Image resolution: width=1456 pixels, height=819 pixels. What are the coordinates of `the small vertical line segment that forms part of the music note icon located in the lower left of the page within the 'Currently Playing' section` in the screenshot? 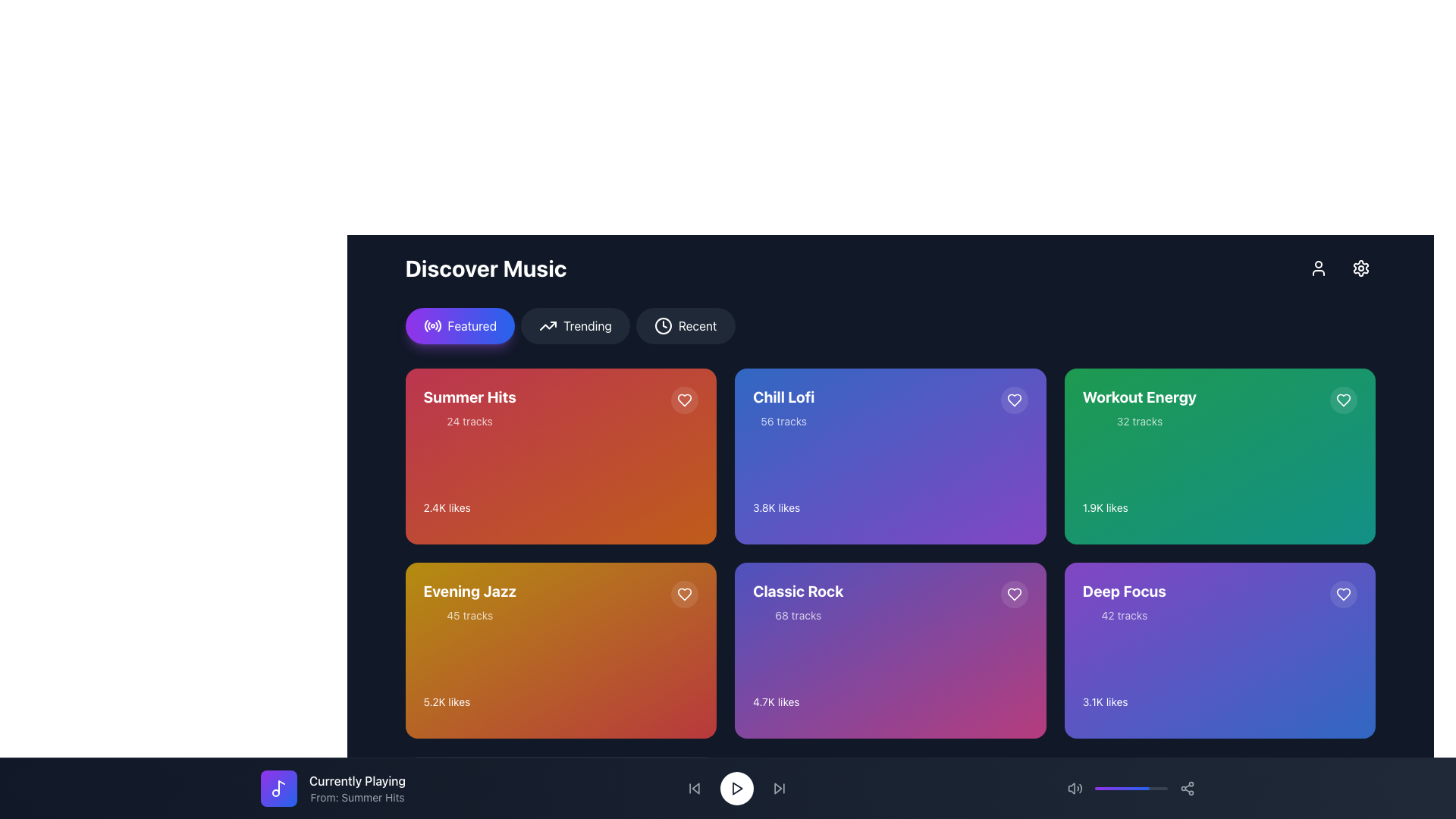 It's located at (281, 786).